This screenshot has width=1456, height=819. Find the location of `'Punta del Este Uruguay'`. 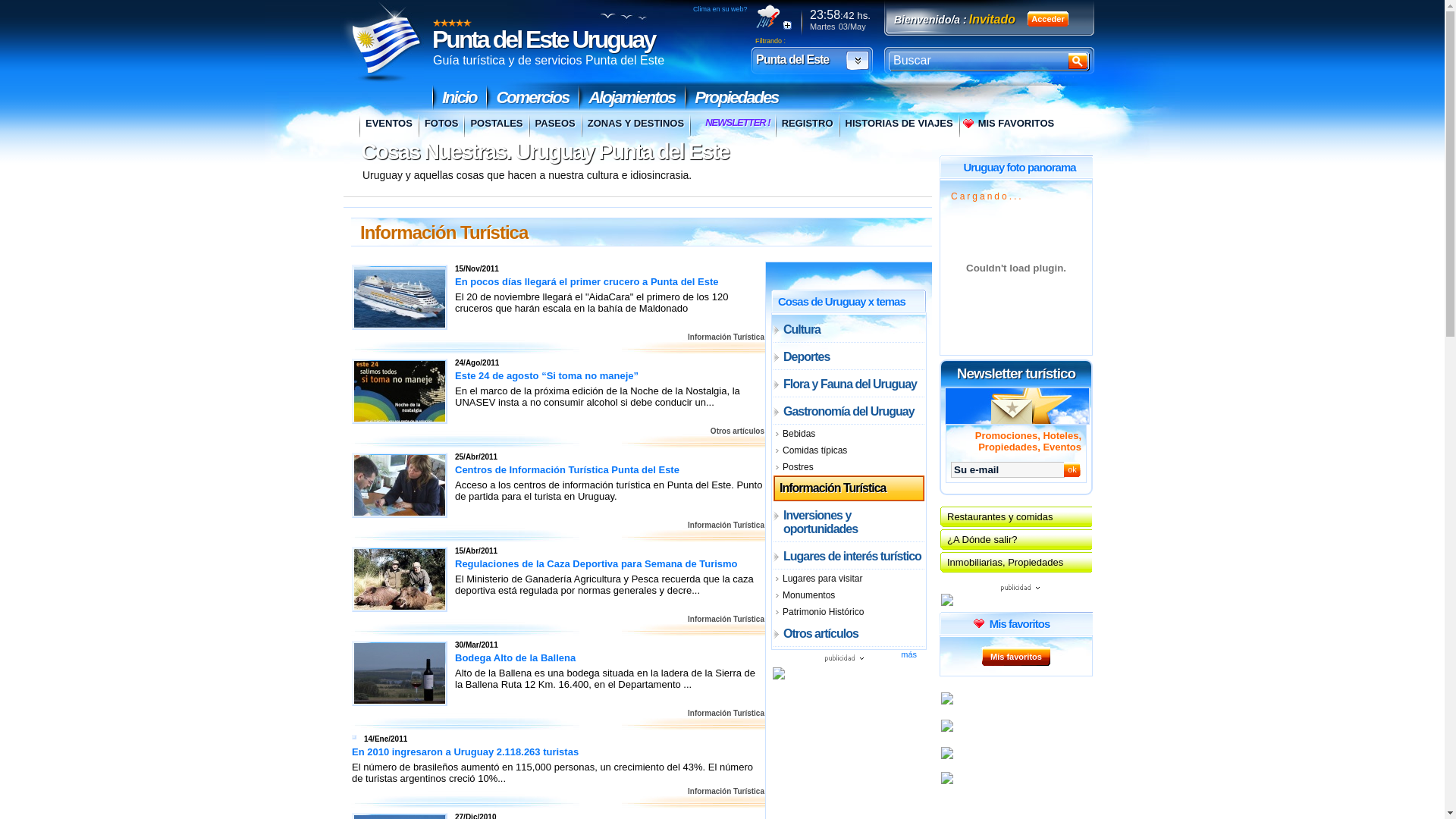

'Punta del Este Uruguay' is located at coordinates (543, 38).